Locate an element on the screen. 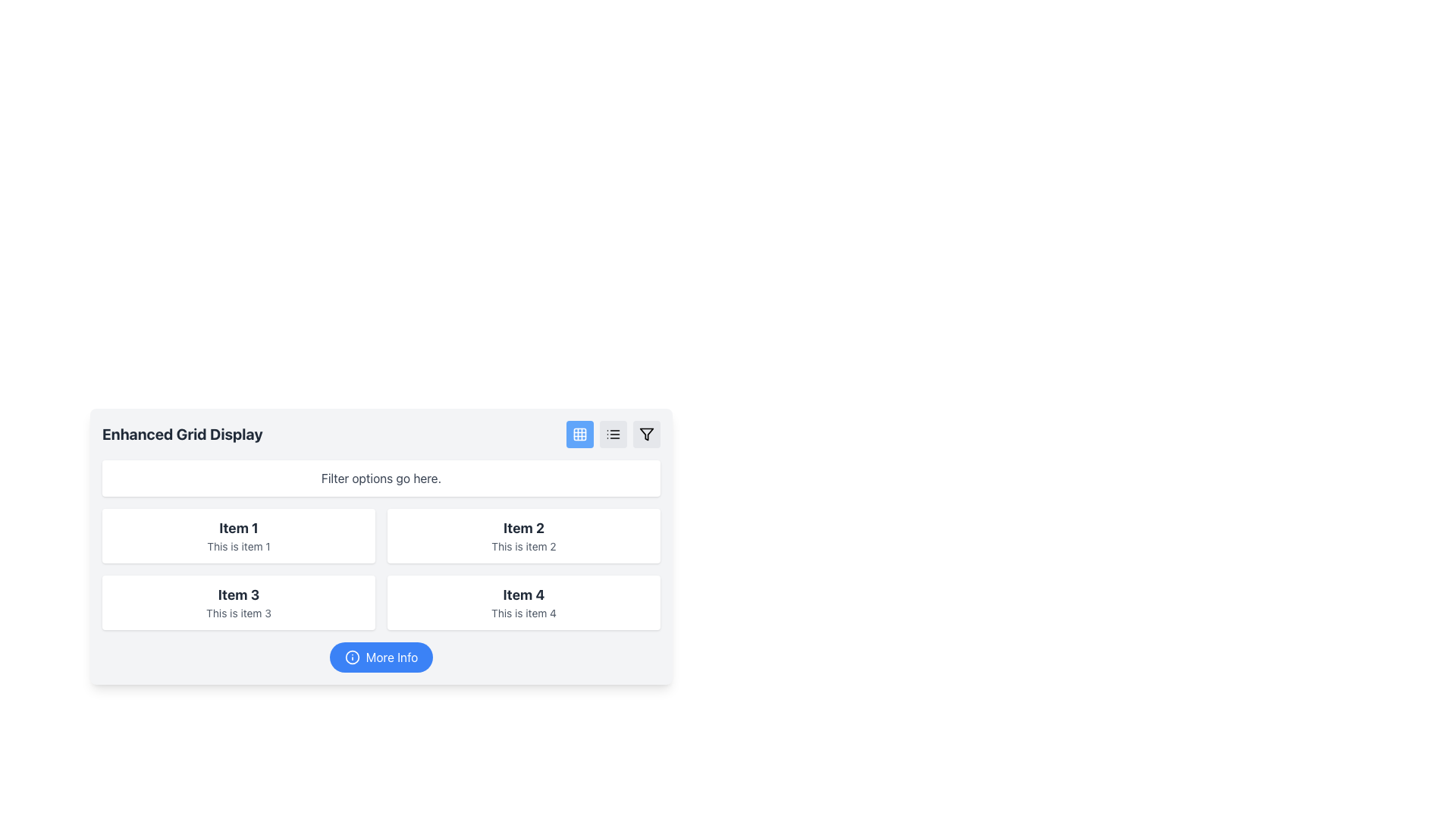  the grid layout toggle button located in the toolbar section beneath the header, positioned first in a group of three buttons is located at coordinates (579, 435).